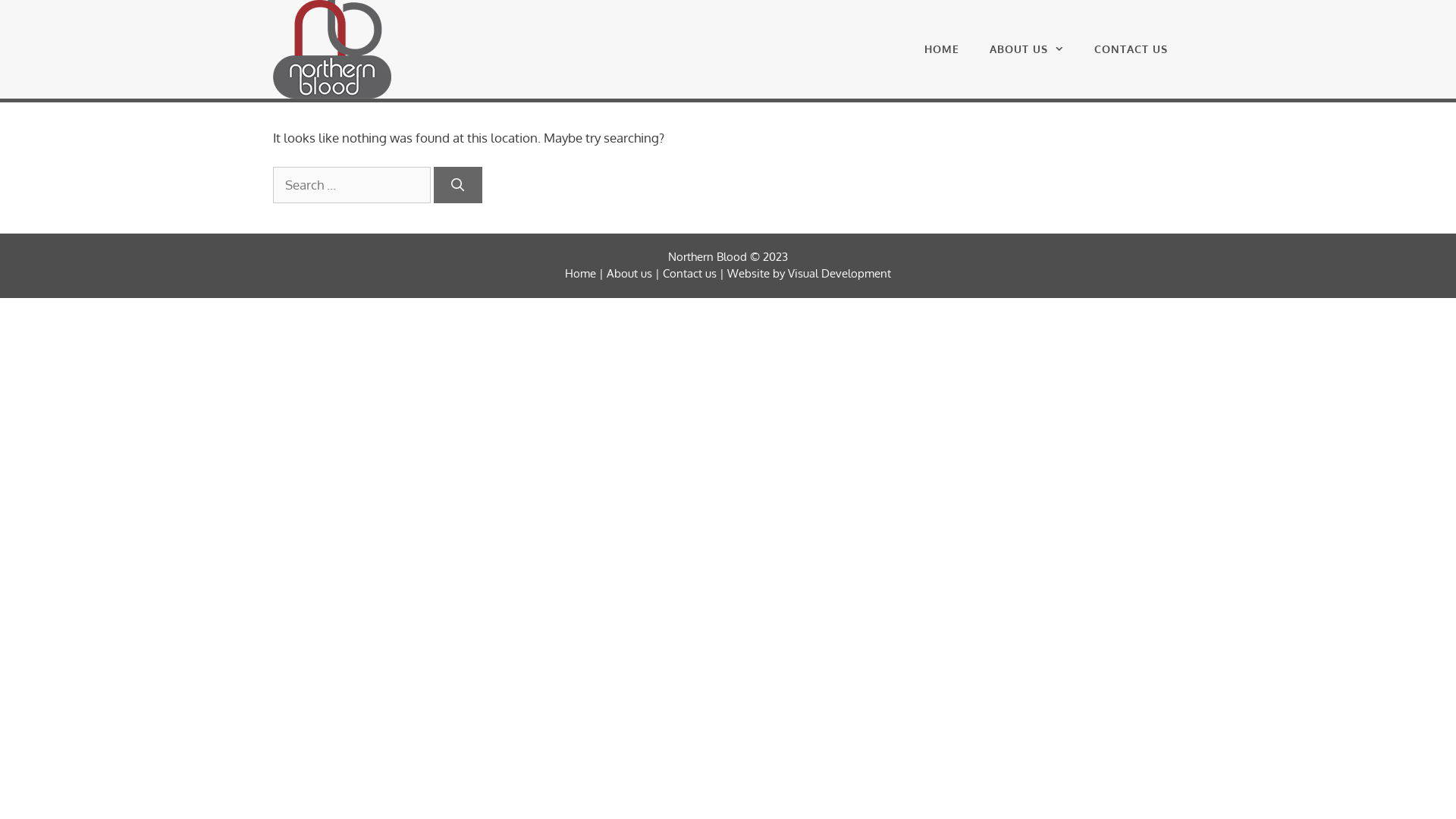 Image resolution: width=1456 pixels, height=819 pixels. What do you see at coordinates (690, 273) in the screenshot?
I see `'Contact us'` at bounding box center [690, 273].